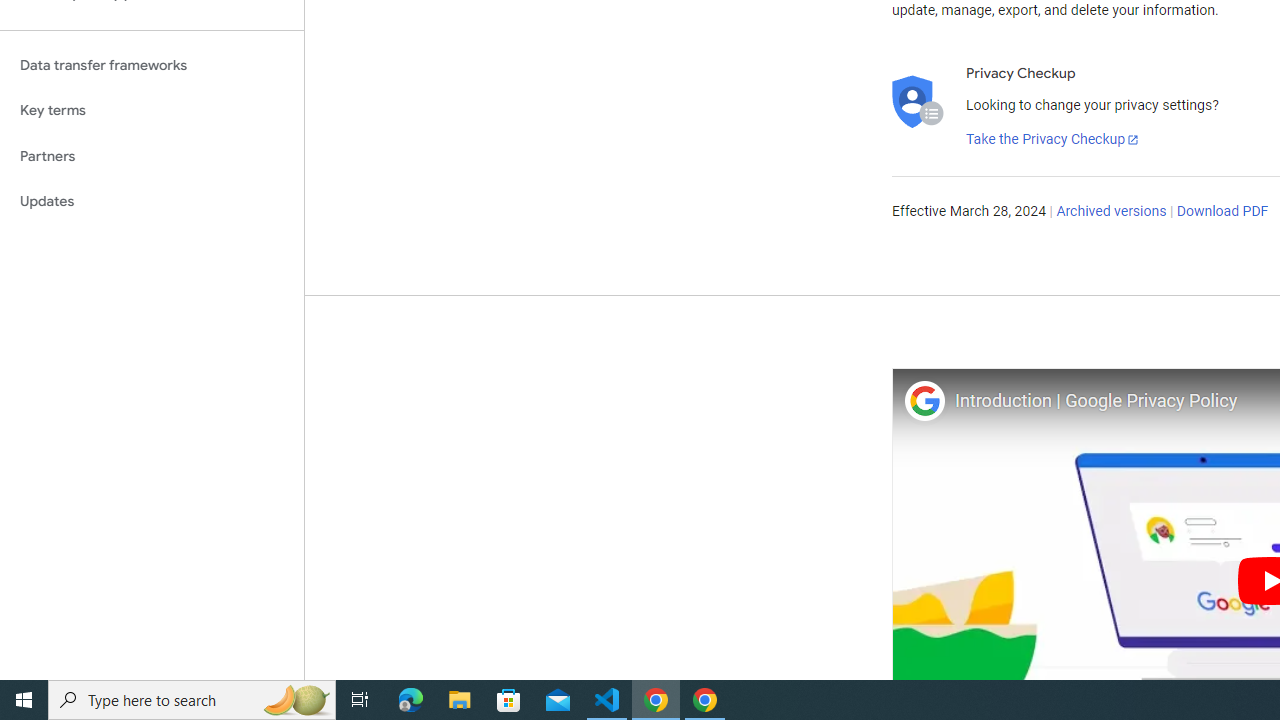 Image resolution: width=1280 pixels, height=720 pixels. I want to click on 'Key terms', so click(151, 110).